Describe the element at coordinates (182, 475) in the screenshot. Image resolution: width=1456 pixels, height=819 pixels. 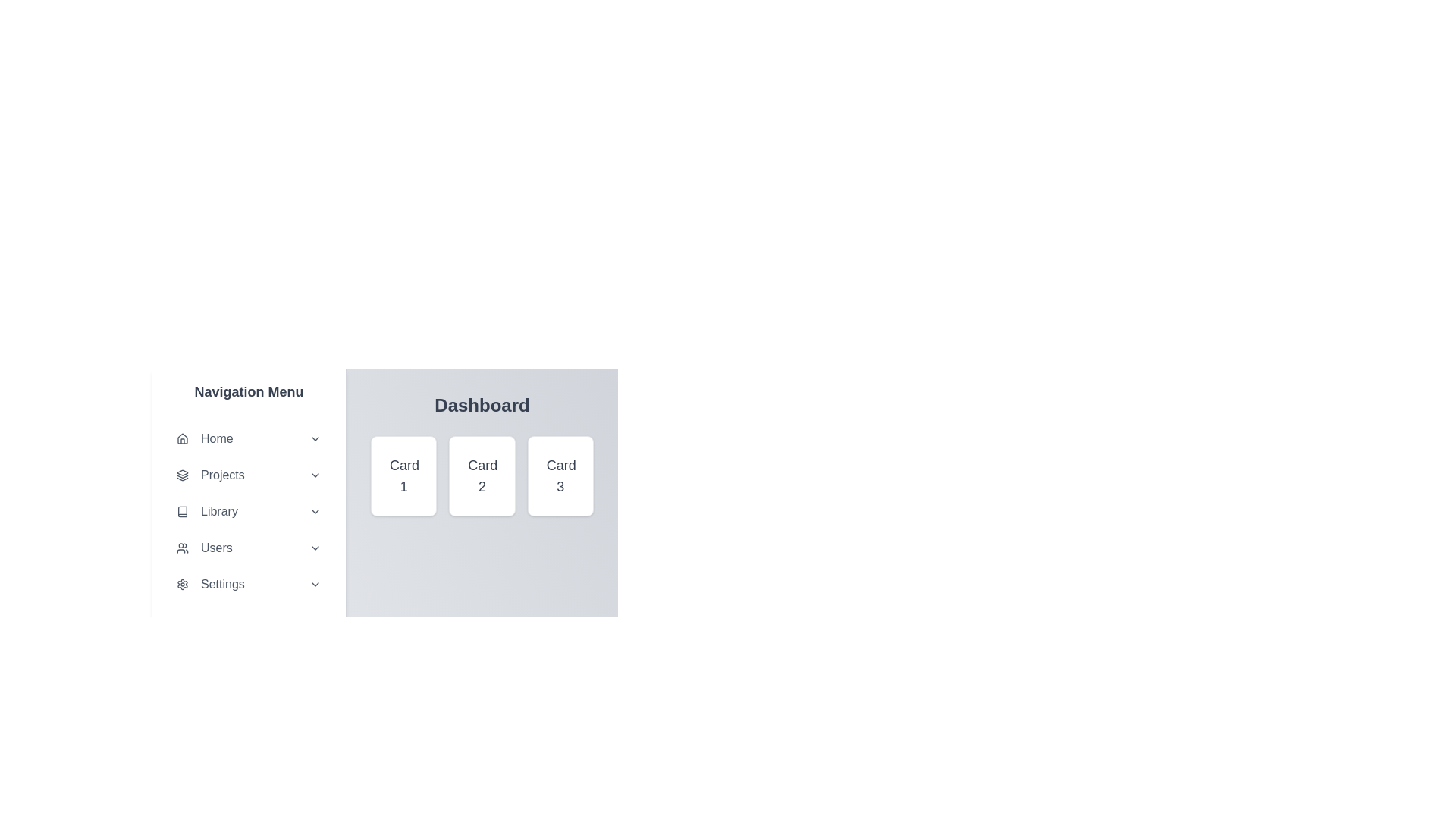
I see `the small layered icon located to the left of the text 'Projects' in the navigation menu` at that location.